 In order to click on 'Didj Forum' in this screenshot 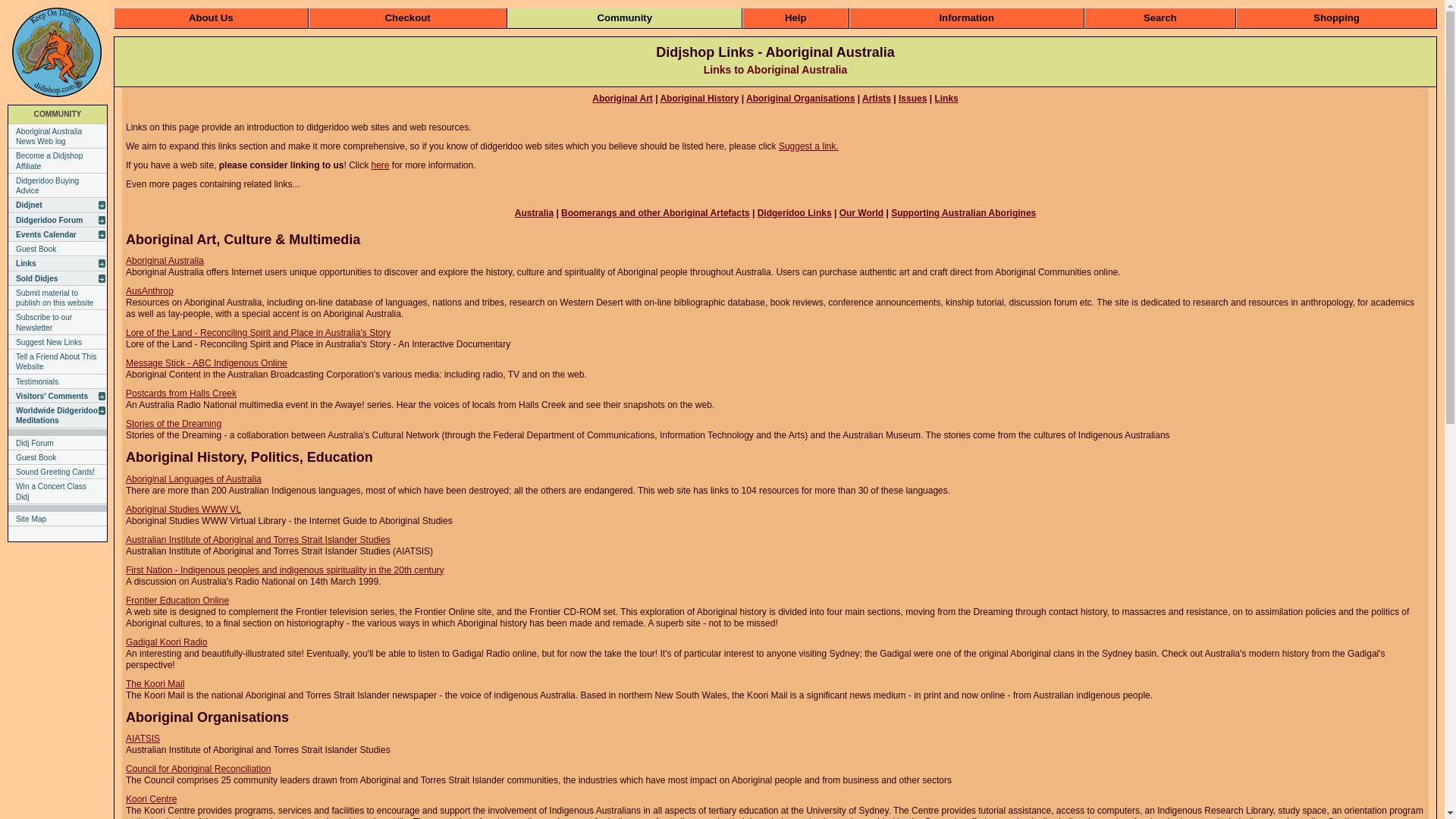, I will do `click(58, 443)`.